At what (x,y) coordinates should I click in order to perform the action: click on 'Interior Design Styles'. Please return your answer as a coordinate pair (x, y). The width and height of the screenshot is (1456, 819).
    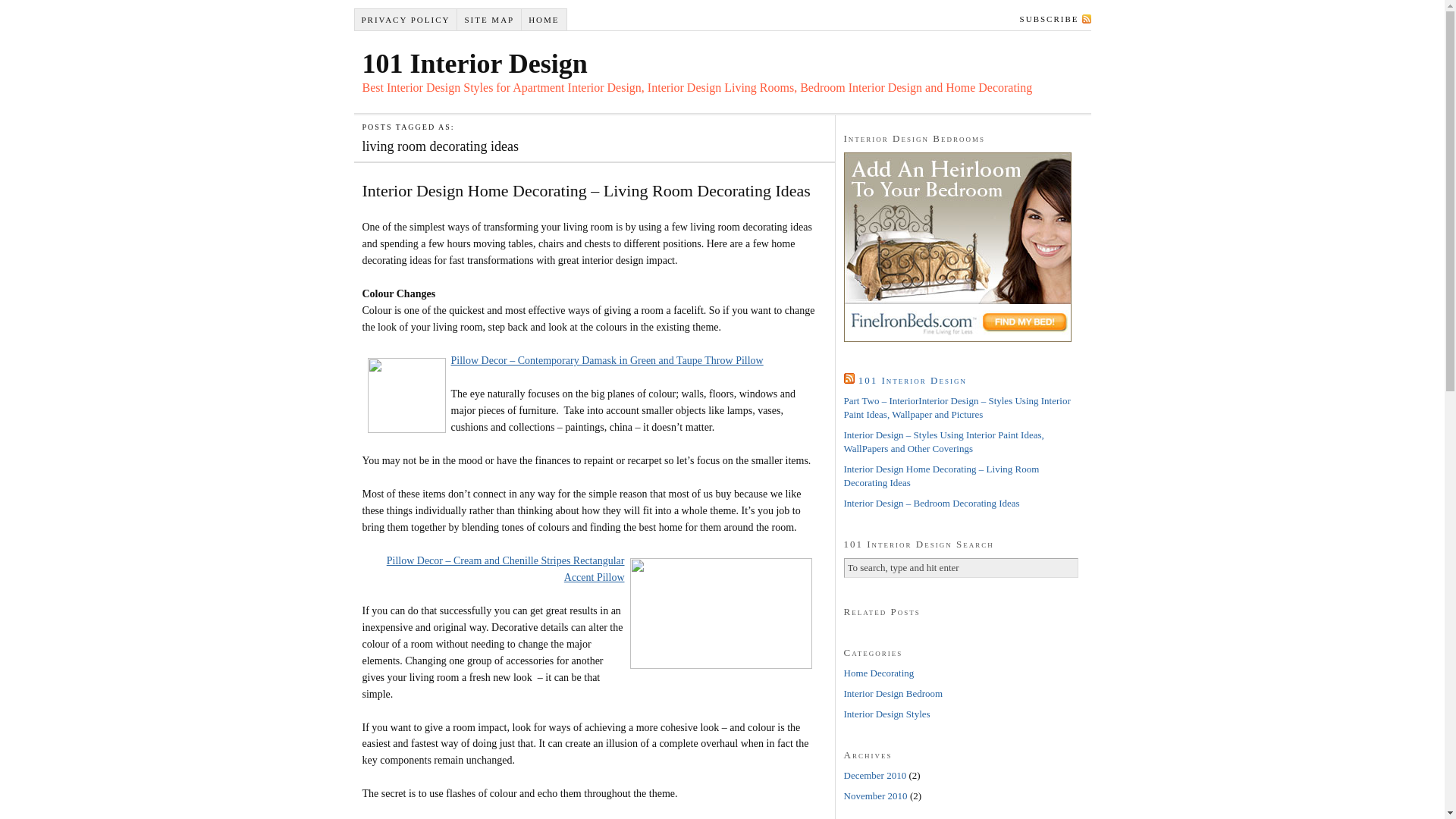
    Looking at the image, I should click on (886, 714).